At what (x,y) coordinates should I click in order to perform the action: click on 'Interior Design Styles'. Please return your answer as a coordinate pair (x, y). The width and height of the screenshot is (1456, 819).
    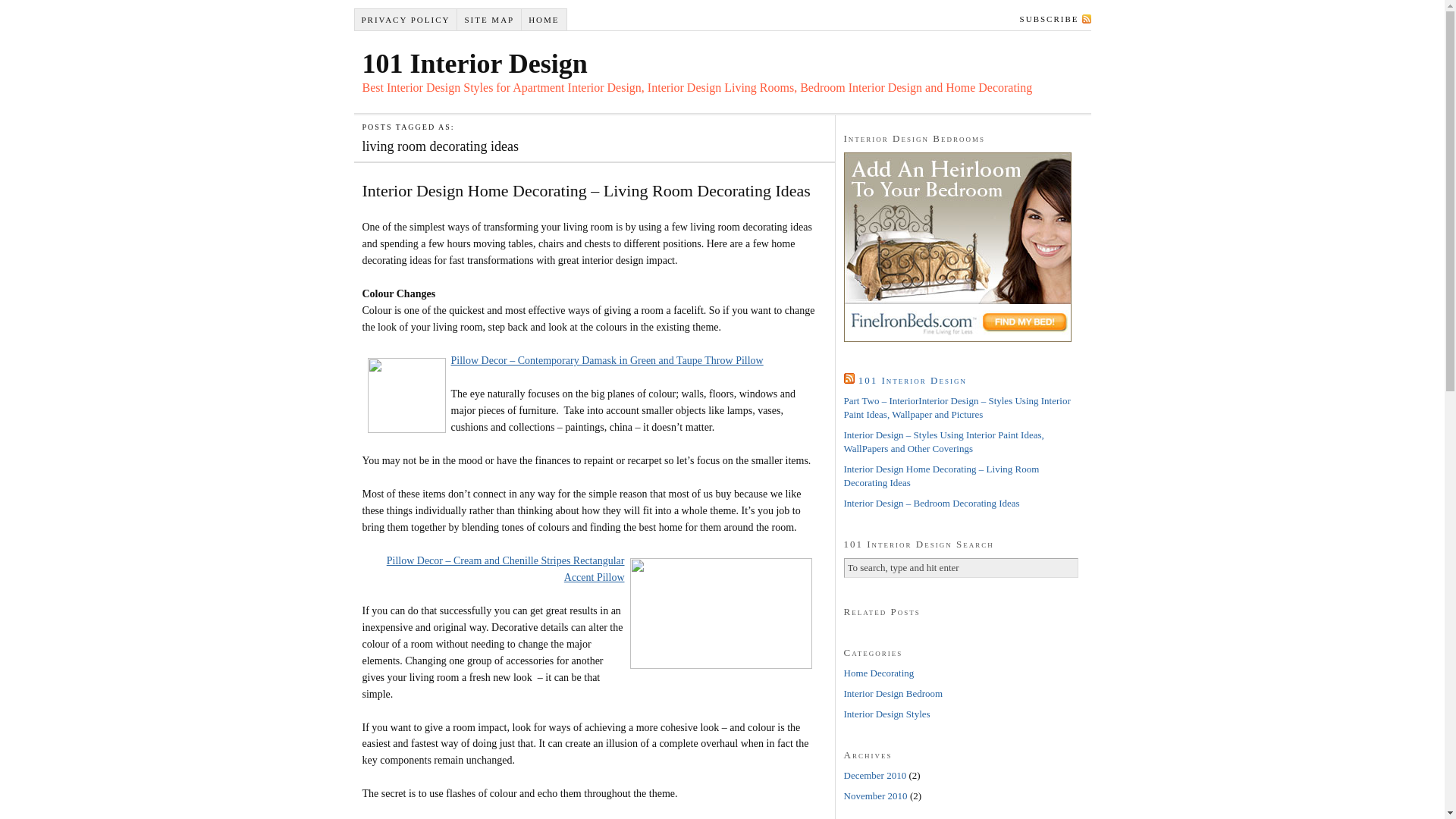
    Looking at the image, I should click on (886, 714).